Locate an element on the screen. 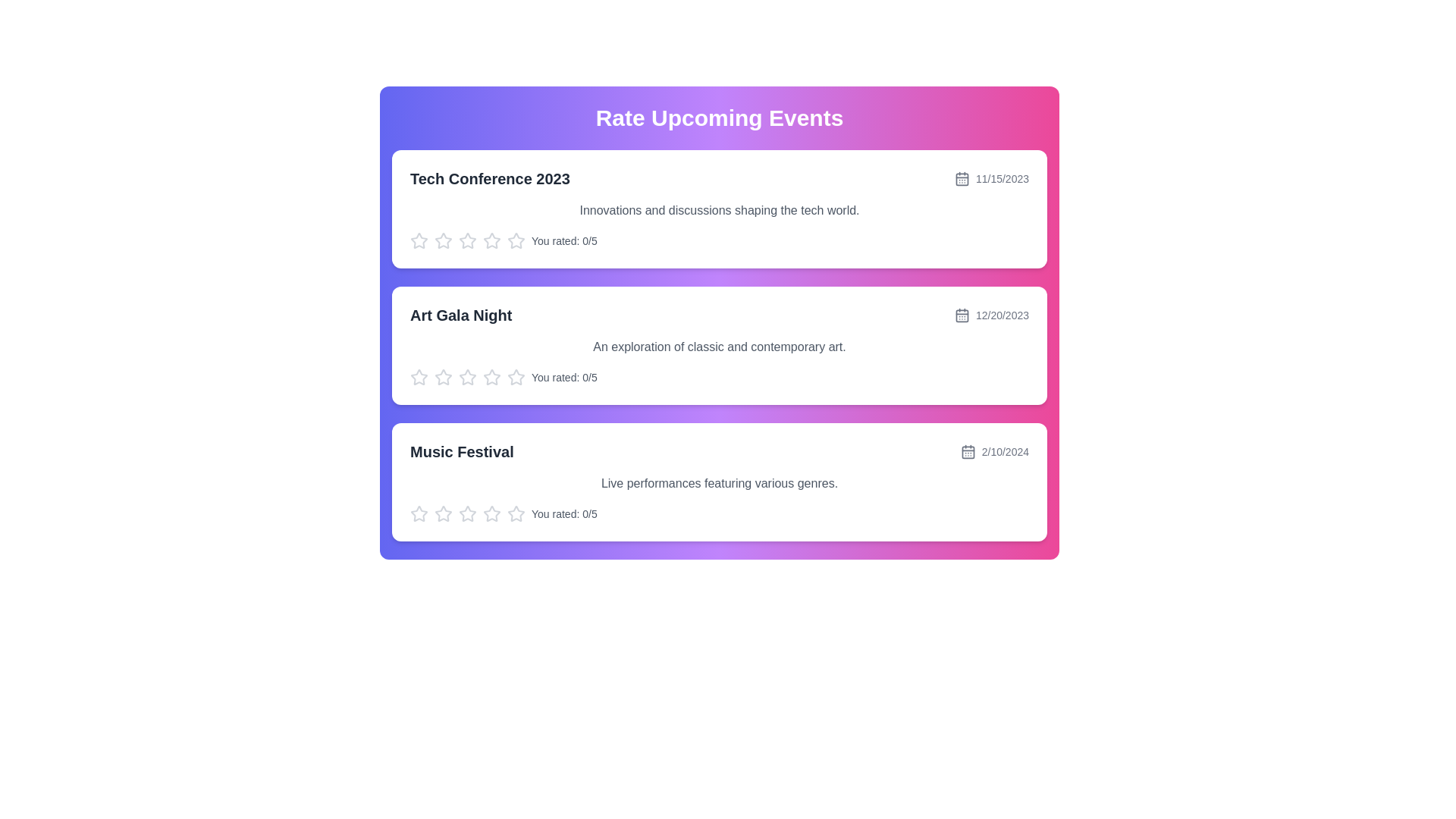 The width and height of the screenshot is (1456, 819). the Information display block for the event 'Art Gala Night' located in the second card of the middle section, between 'Tech Conference 2023' and 'Music Festival' is located at coordinates (719, 315).